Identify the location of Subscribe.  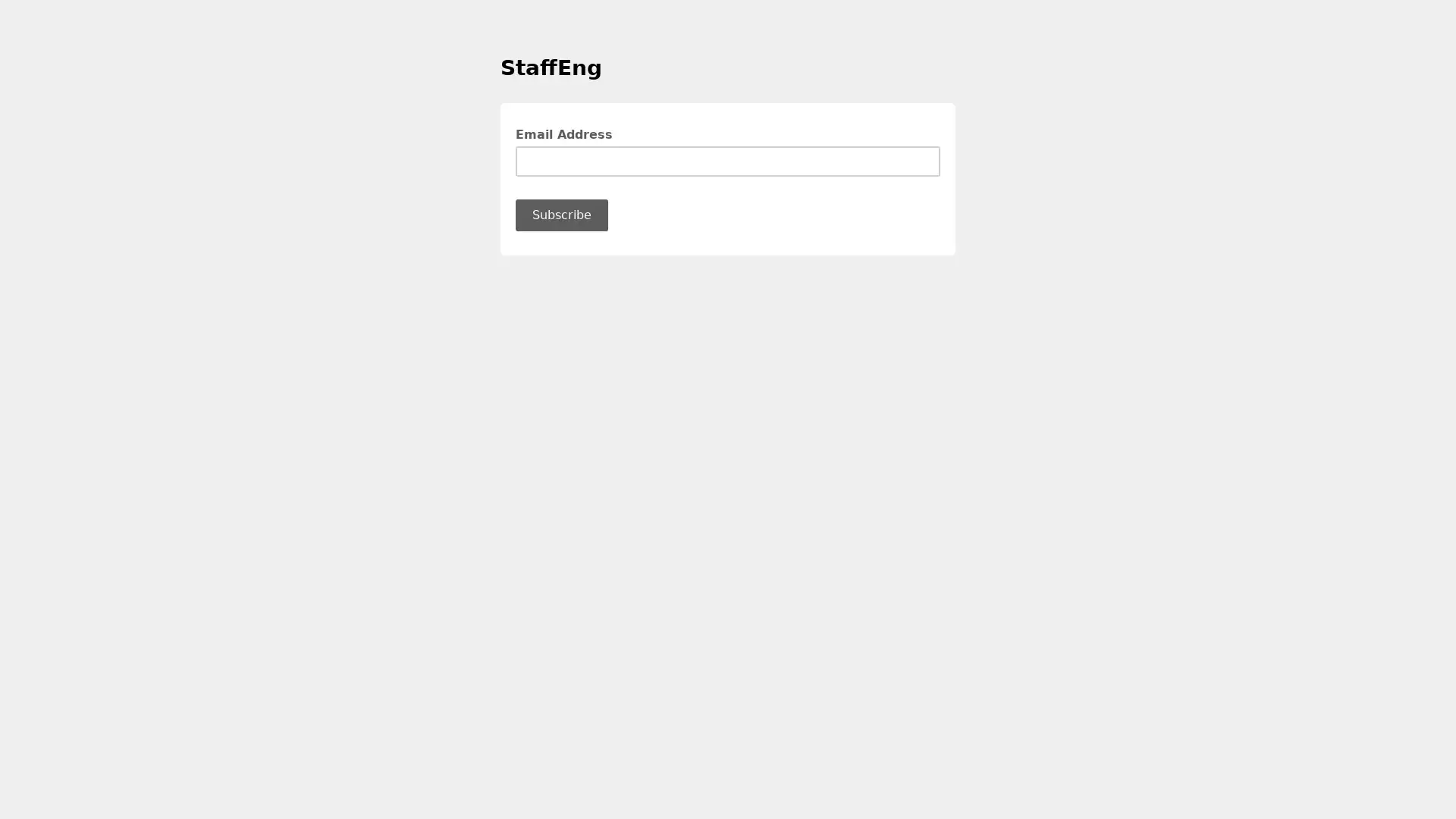
(560, 214).